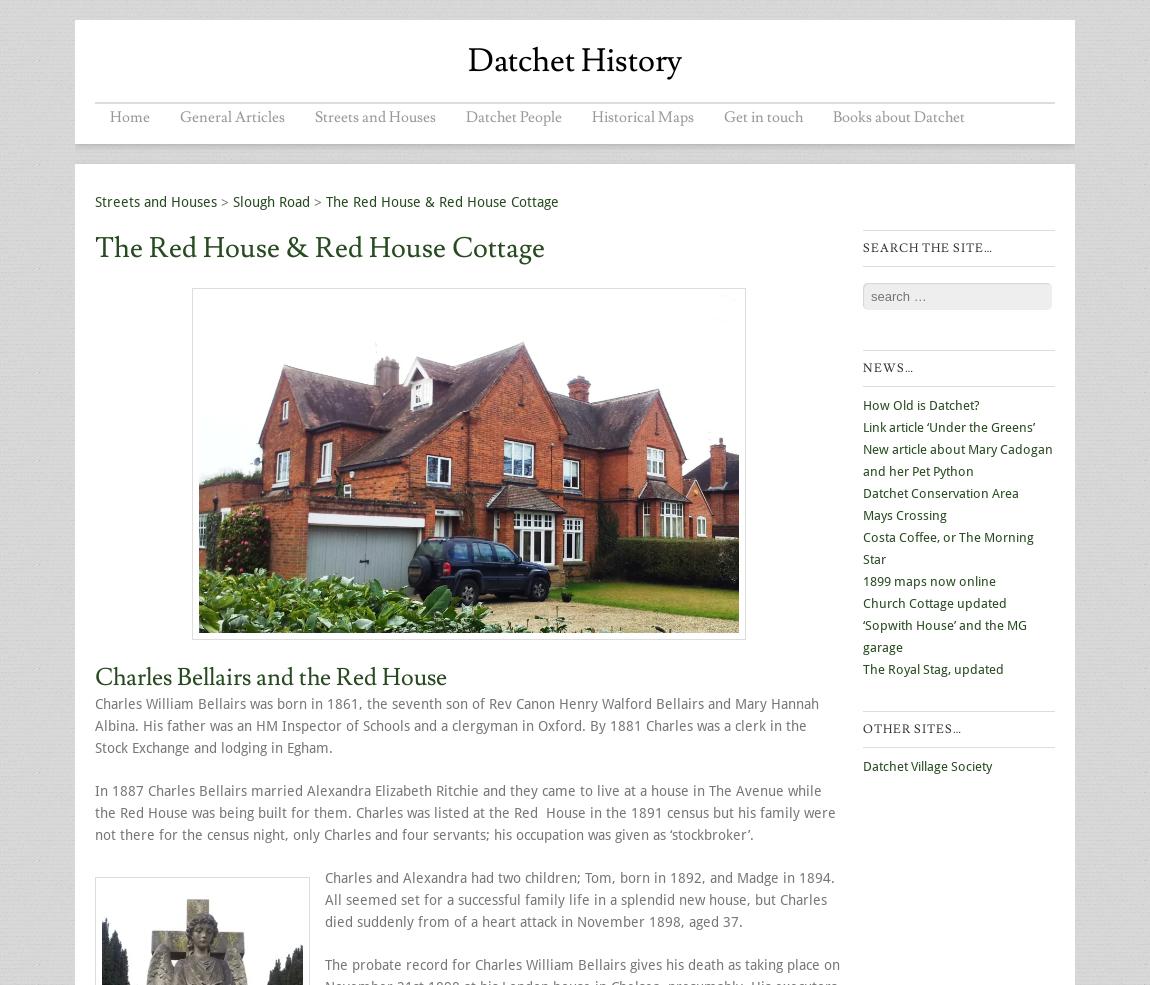  I want to click on 'Datchet Conservation Area', so click(941, 492).